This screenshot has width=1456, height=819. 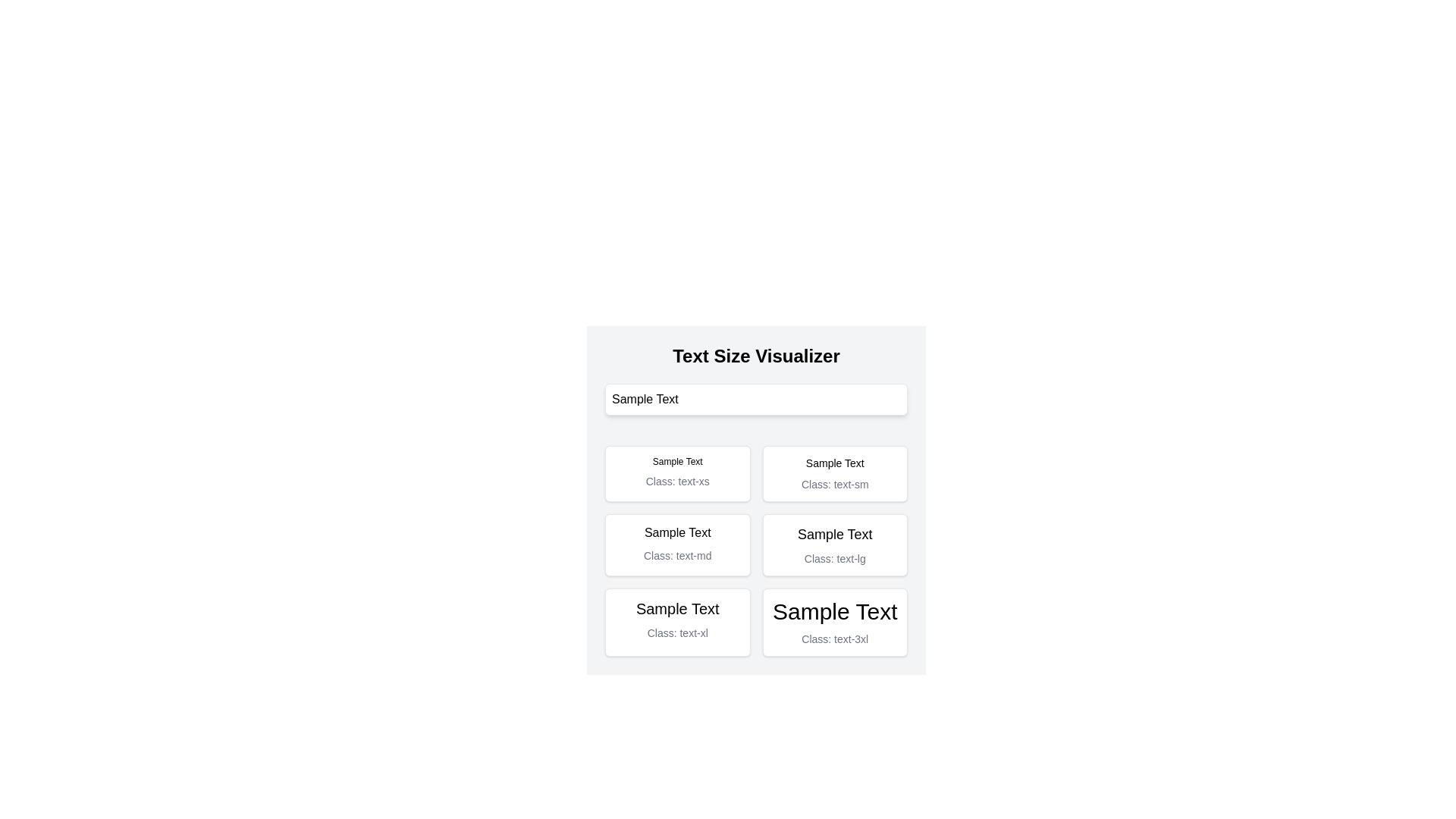 I want to click on the static text label showcasing the 'text-md' class, located in the 3rd card of the 2x3 grid in the 'Text Size Visualizer' section, so click(x=676, y=532).